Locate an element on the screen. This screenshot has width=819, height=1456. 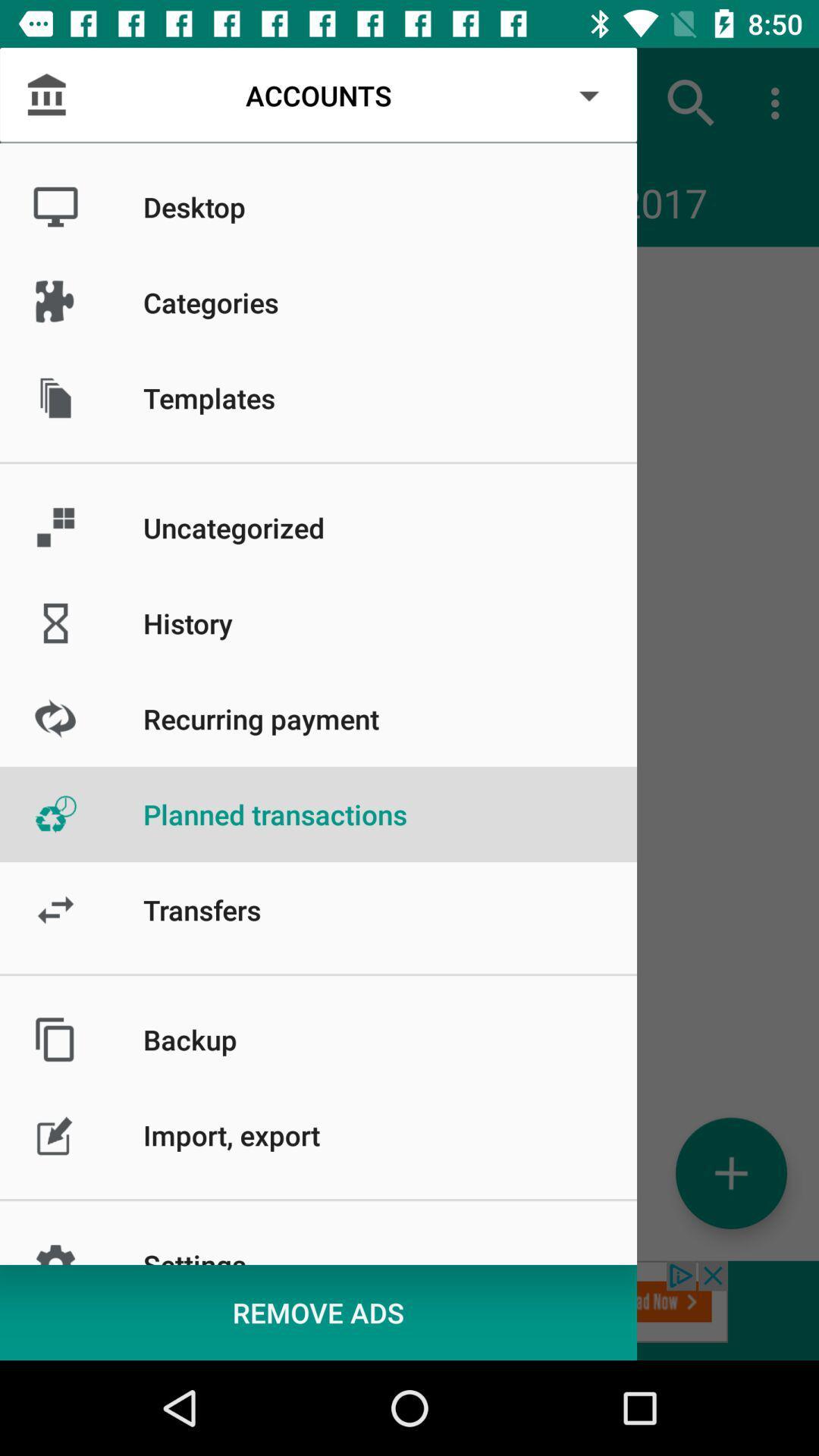
remove advertisements is located at coordinates (409, 1310).